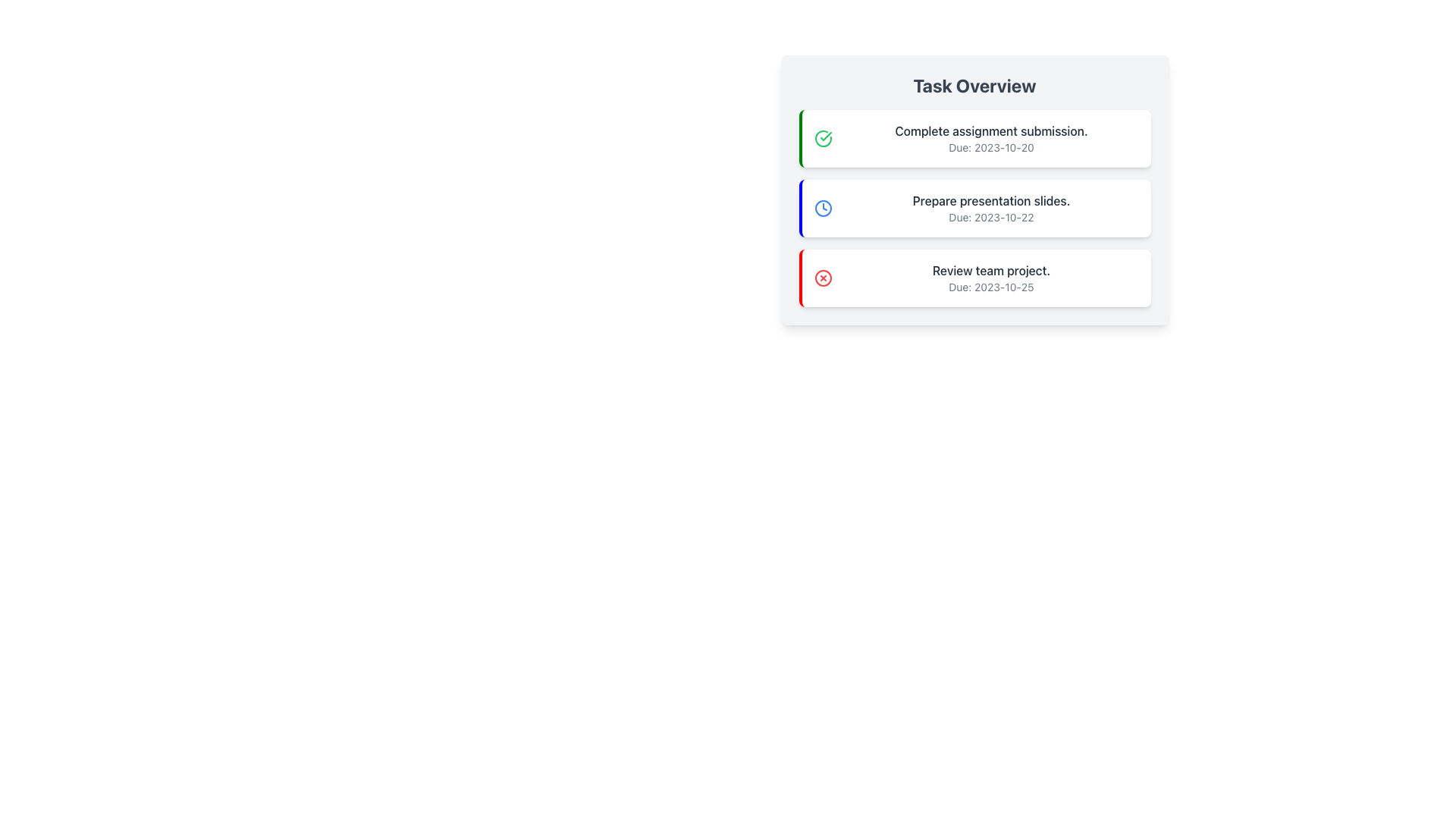  Describe the element at coordinates (991, 287) in the screenshot. I see `the text label displaying 'Due: 2023-10-25' located below the title 'Review team project.' in the 'Task Overview' card list` at that location.